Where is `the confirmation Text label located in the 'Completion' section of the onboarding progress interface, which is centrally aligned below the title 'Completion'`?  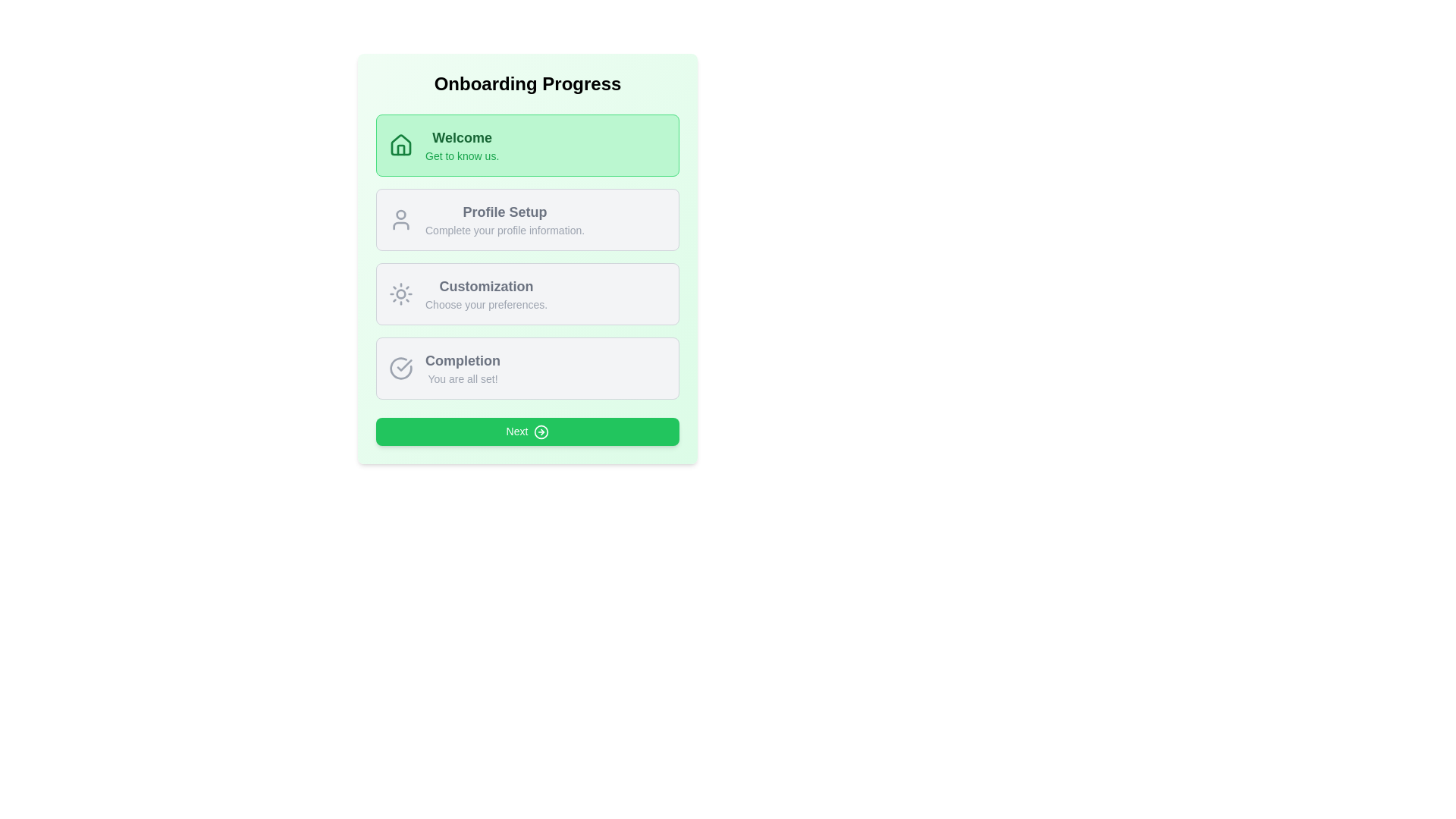
the confirmation Text label located in the 'Completion' section of the onboarding progress interface, which is centrally aligned below the title 'Completion' is located at coordinates (462, 378).